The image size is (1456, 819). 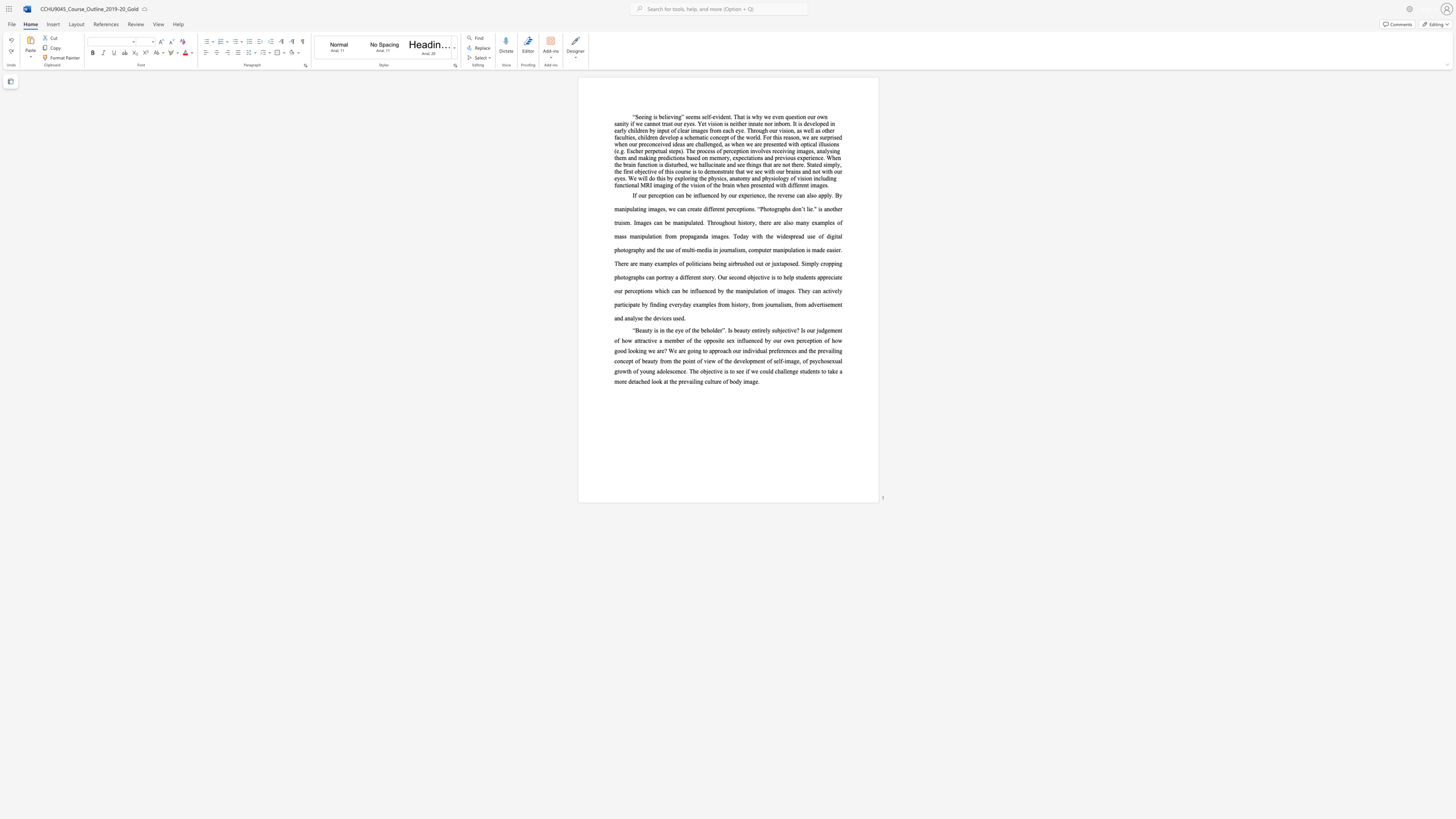 What do you see at coordinates (687, 371) in the screenshot?
I see `the 2th character "." in the text` at bounding box center [687, 371].